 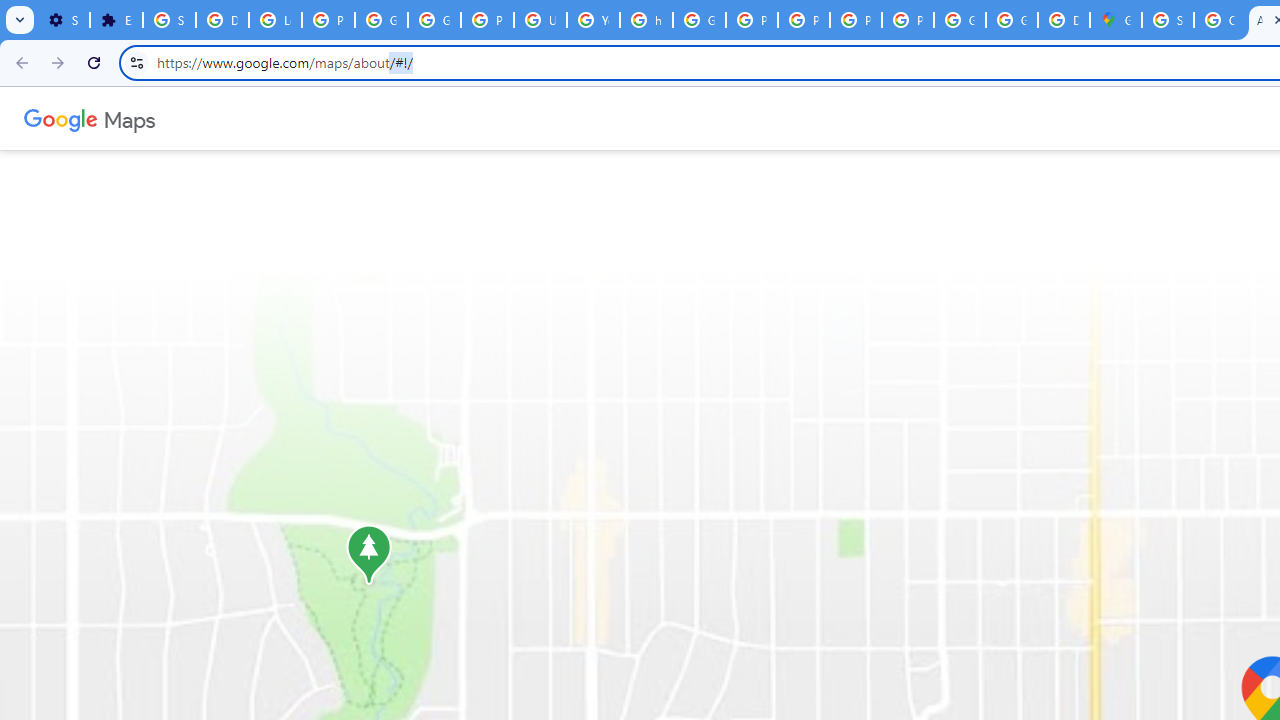 What do you see at coordinates (63, 20) in the screenshot?
I see `'Settings - On startup'` at bounding box center [63, 20].